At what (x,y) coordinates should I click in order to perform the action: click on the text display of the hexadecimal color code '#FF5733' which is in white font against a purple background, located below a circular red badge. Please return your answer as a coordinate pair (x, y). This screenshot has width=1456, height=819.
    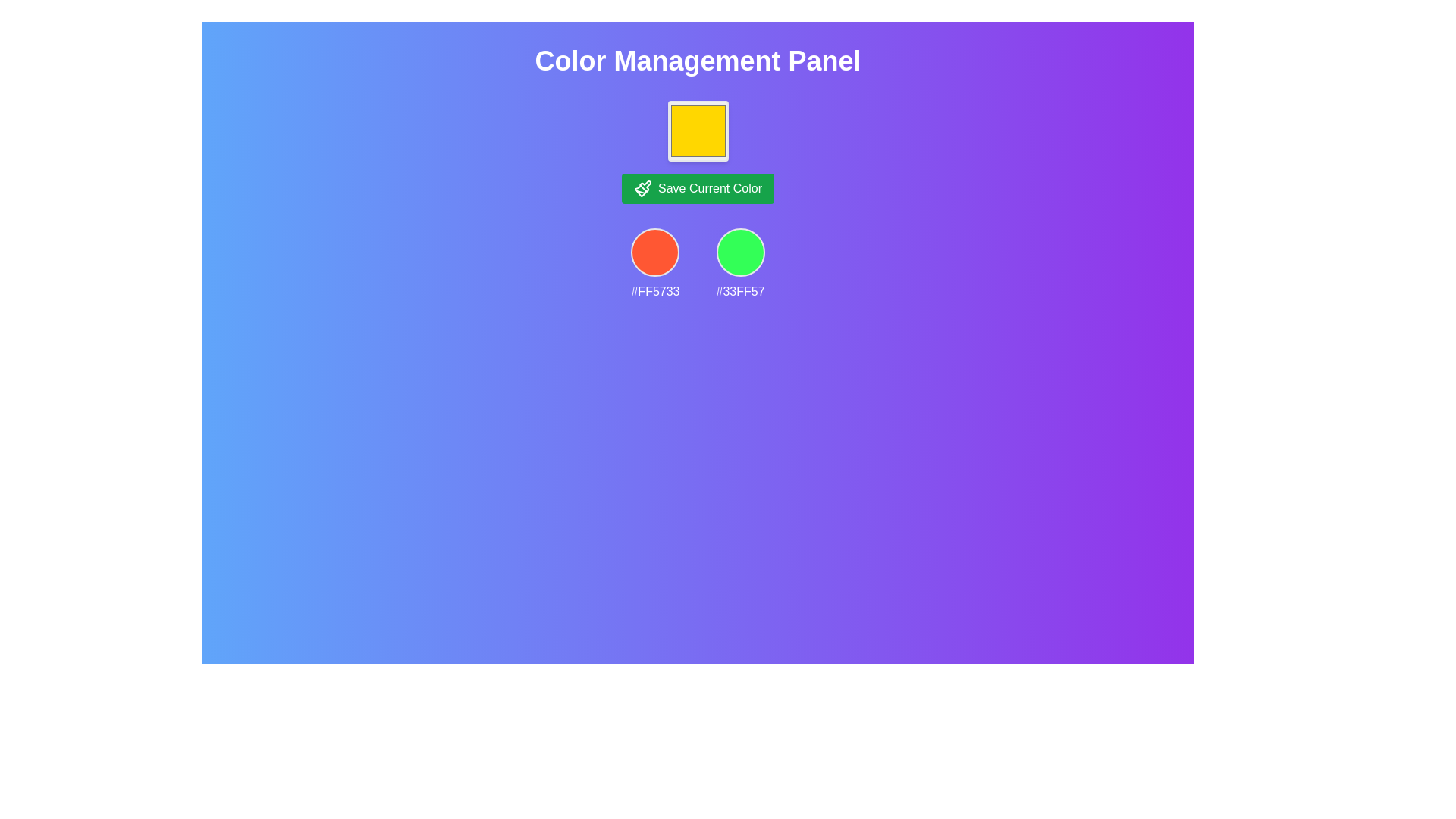
    Looking at the image, I should click on (655, 292).